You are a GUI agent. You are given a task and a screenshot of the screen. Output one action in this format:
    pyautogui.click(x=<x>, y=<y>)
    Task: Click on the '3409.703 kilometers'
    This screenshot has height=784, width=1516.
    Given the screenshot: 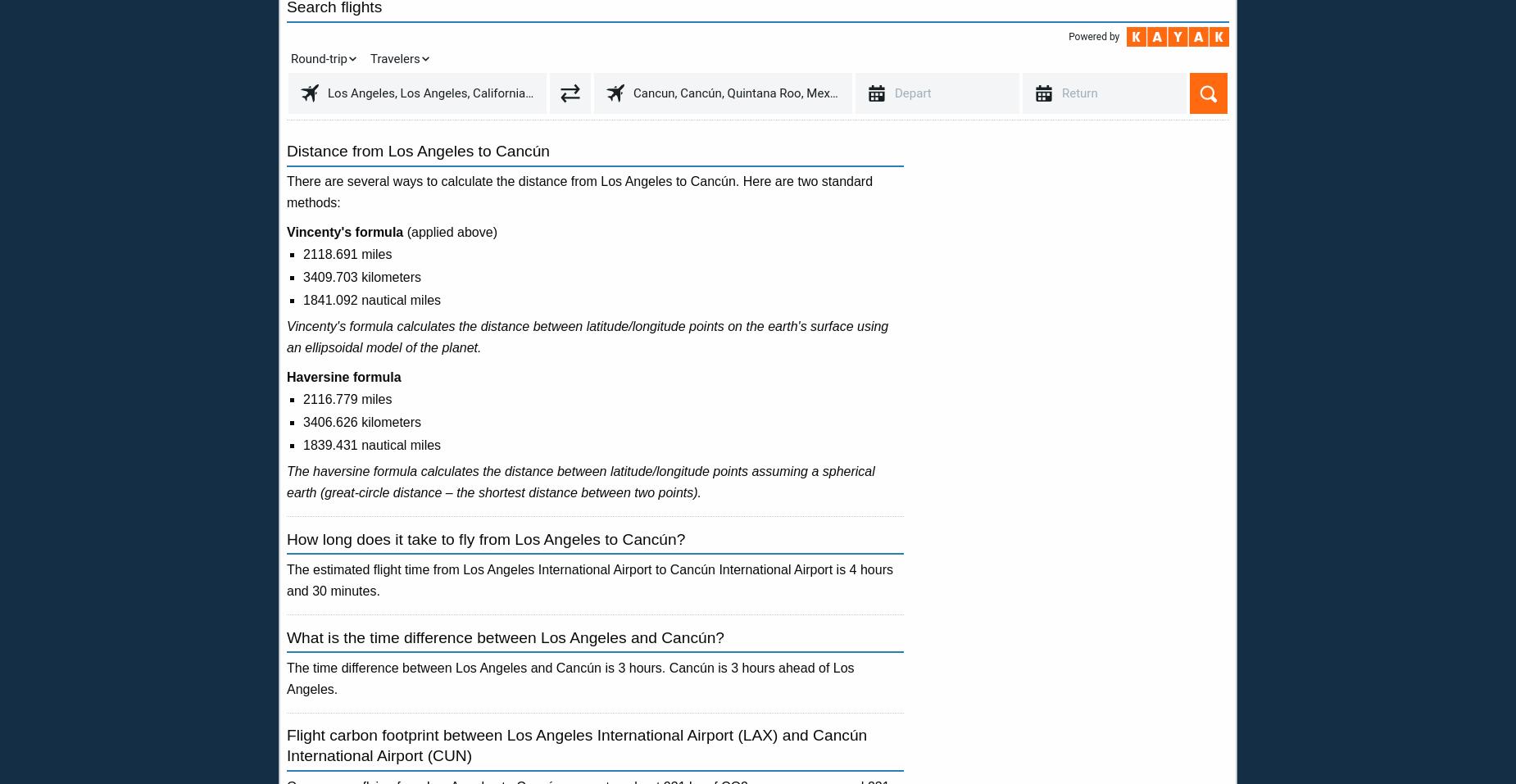 What is the action you would take?
    pyautogui.click(x=361, y=277)
    